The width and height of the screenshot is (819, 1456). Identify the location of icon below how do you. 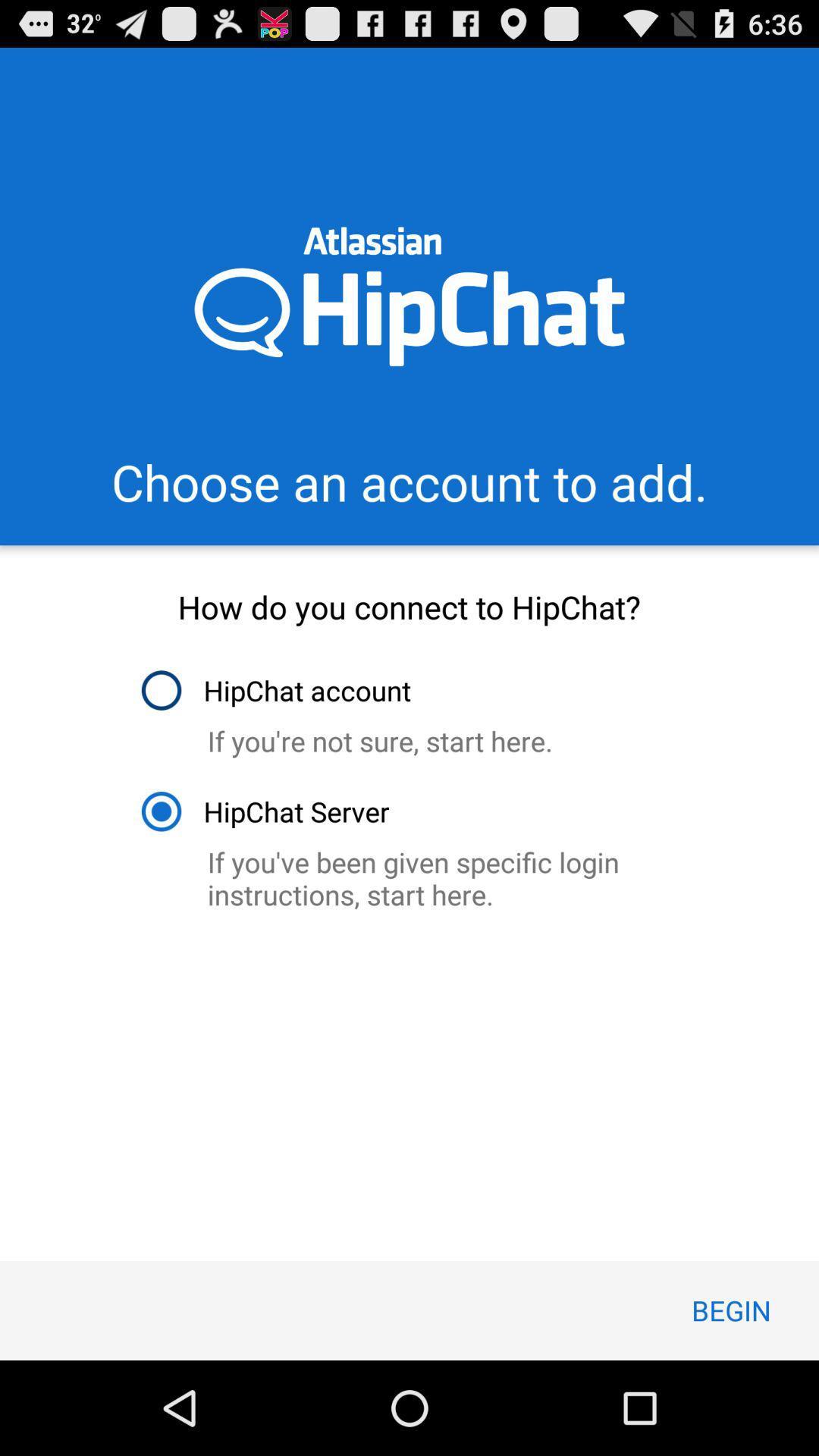
(275, 689).